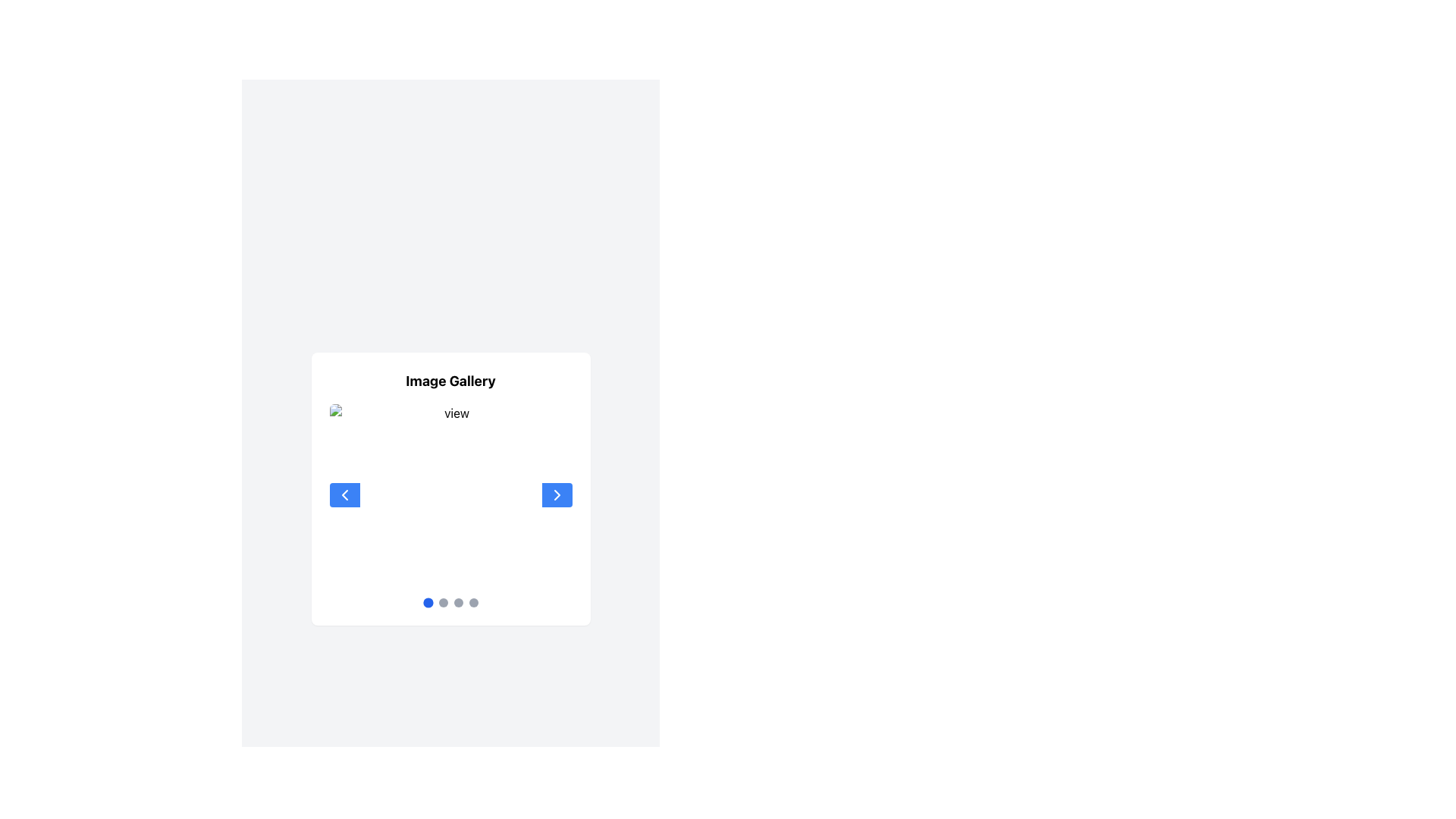 The width and height of the screenshot is (1456, 819). What do you see at coordinates (450, 601) in the screenshot?
I see `the blue circular indicator in the image gallery card` at bounding box center [450, 601].